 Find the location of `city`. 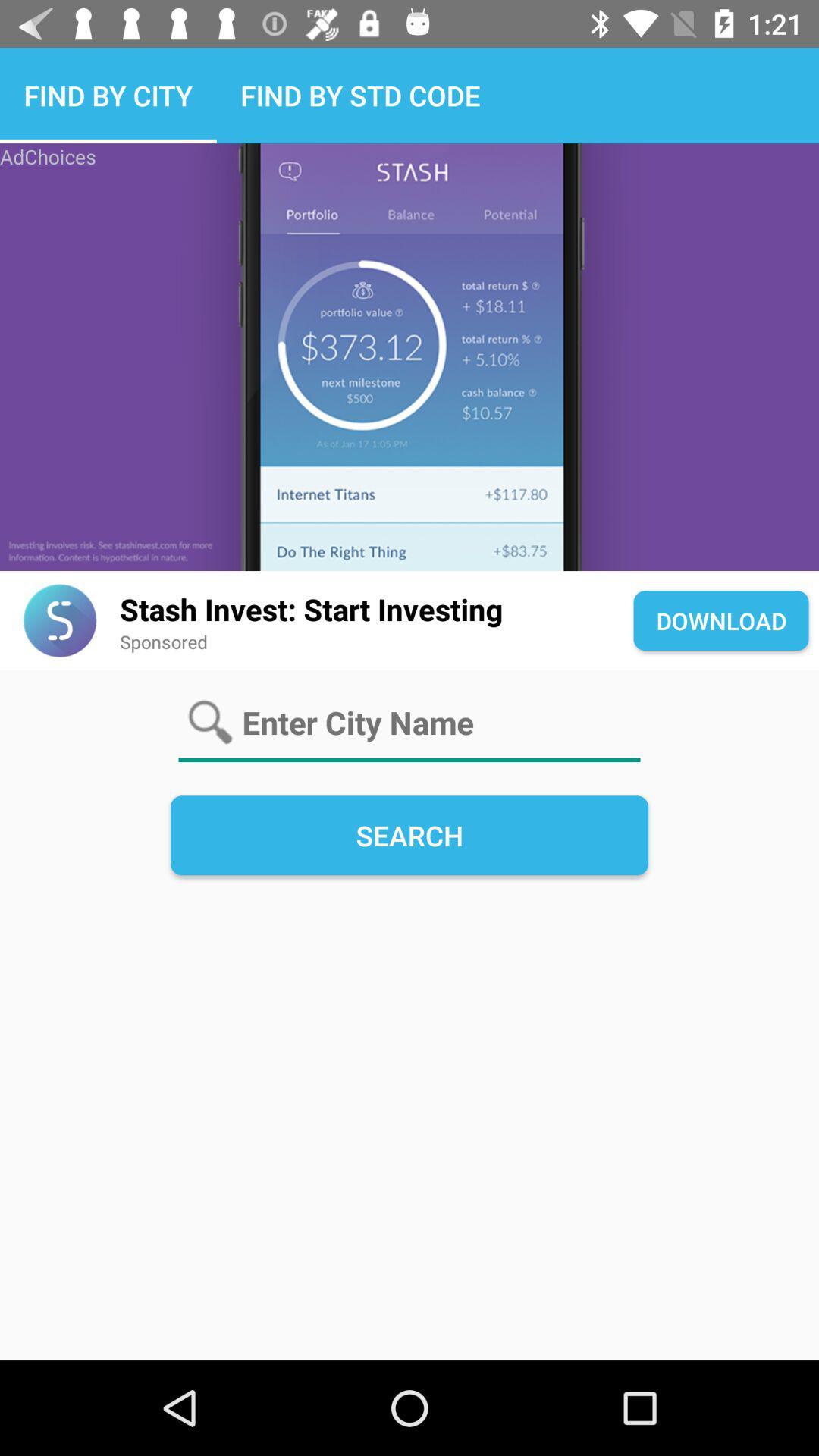

city is located at coordinates (409, 722).